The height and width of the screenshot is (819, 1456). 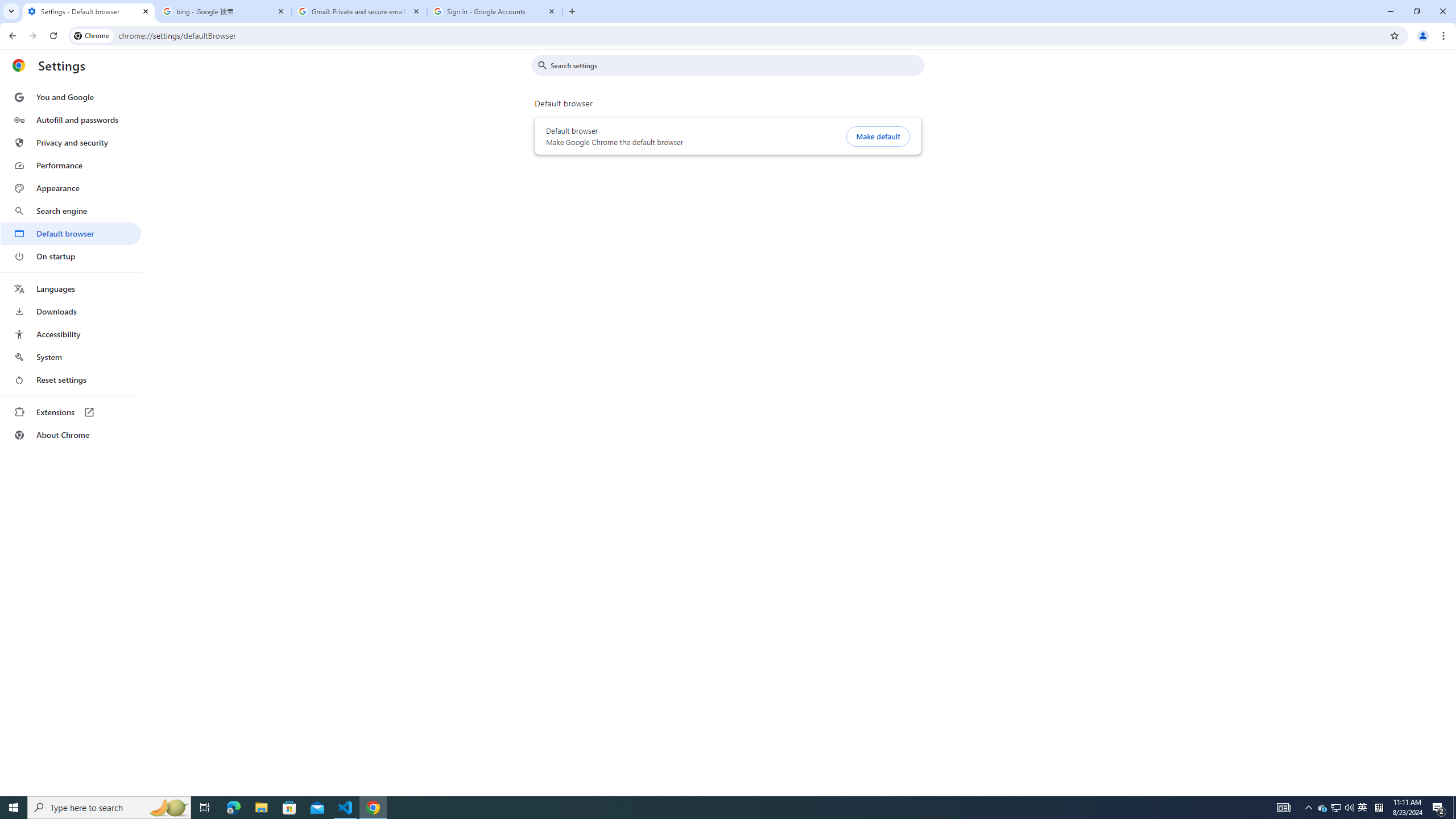 What do you see at coordinates (70, 289) in the screenshot?
I see `'Languages'` at bounding box center [70, 289].